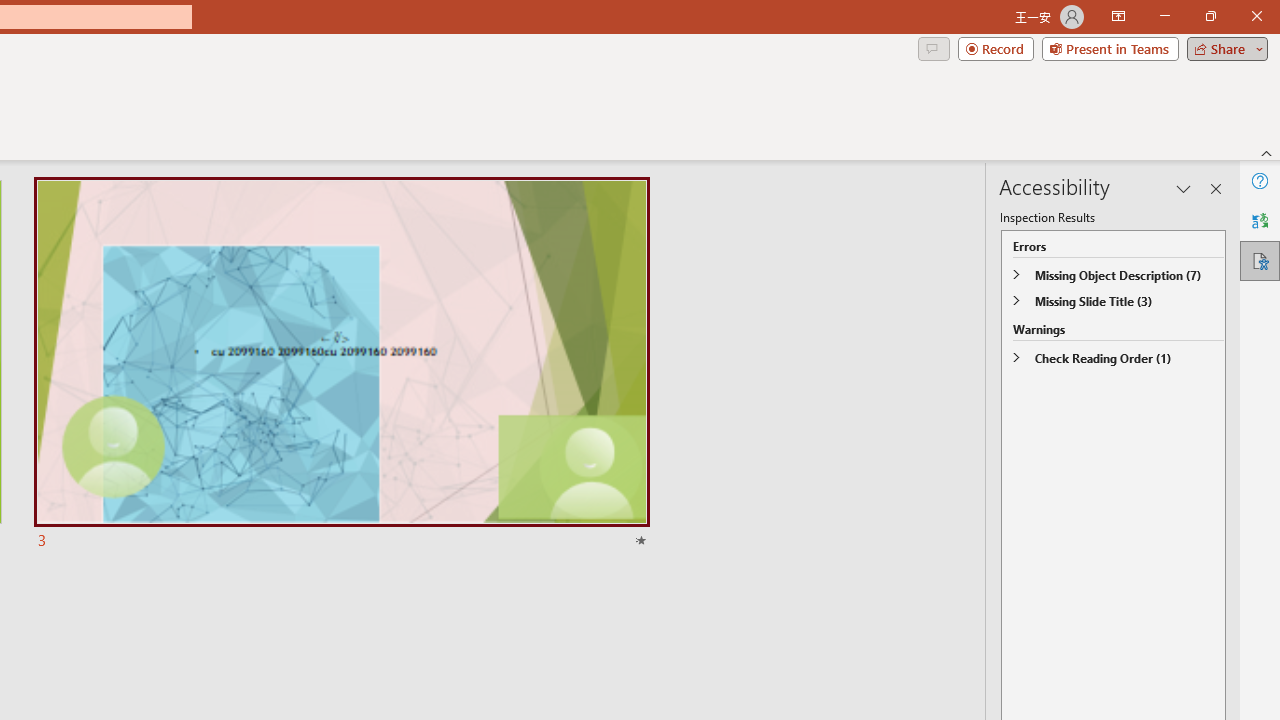  I want to click on 'Translator', so click(1259, 221).